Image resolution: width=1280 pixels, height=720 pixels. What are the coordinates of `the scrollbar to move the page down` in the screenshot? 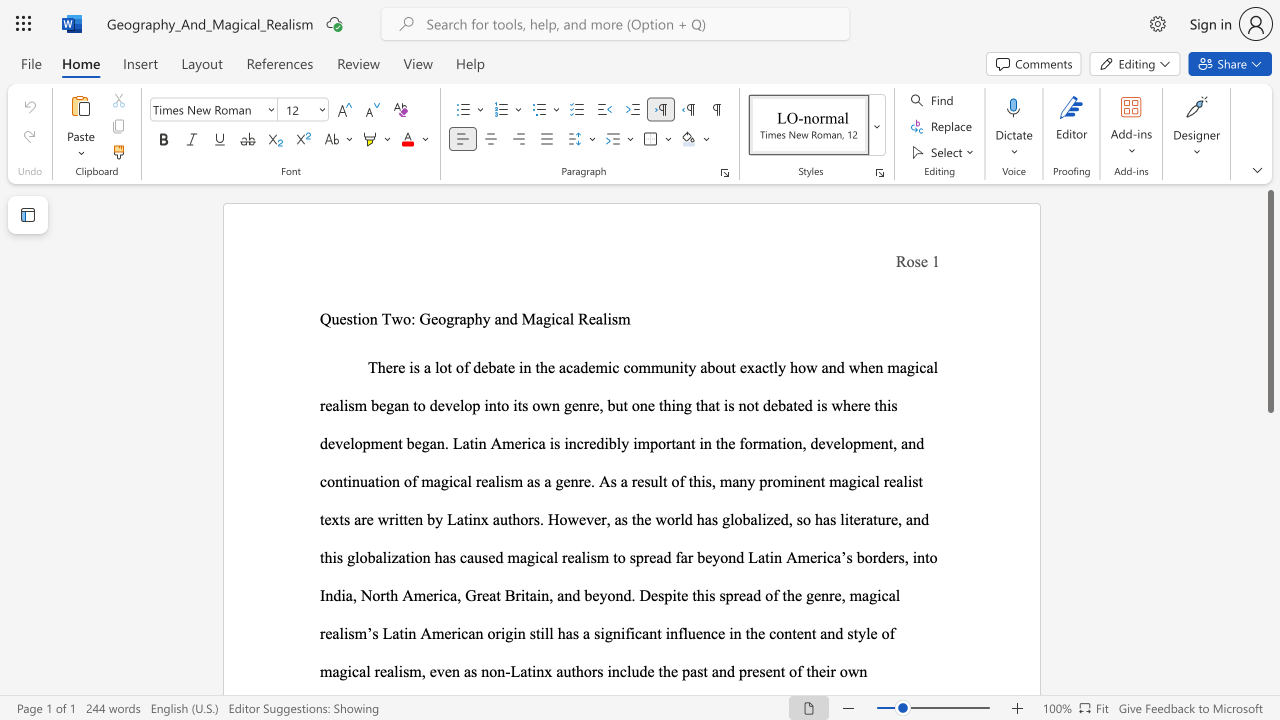 It's located at (1269, 678).